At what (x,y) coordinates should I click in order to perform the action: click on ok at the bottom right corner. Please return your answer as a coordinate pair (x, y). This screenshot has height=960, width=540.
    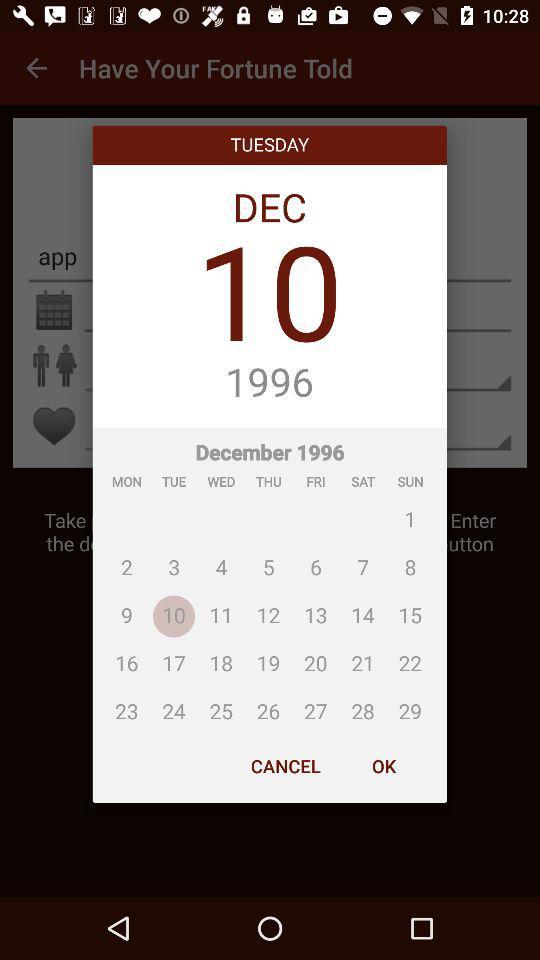
    Looking at the image, I should click on (383, 765).